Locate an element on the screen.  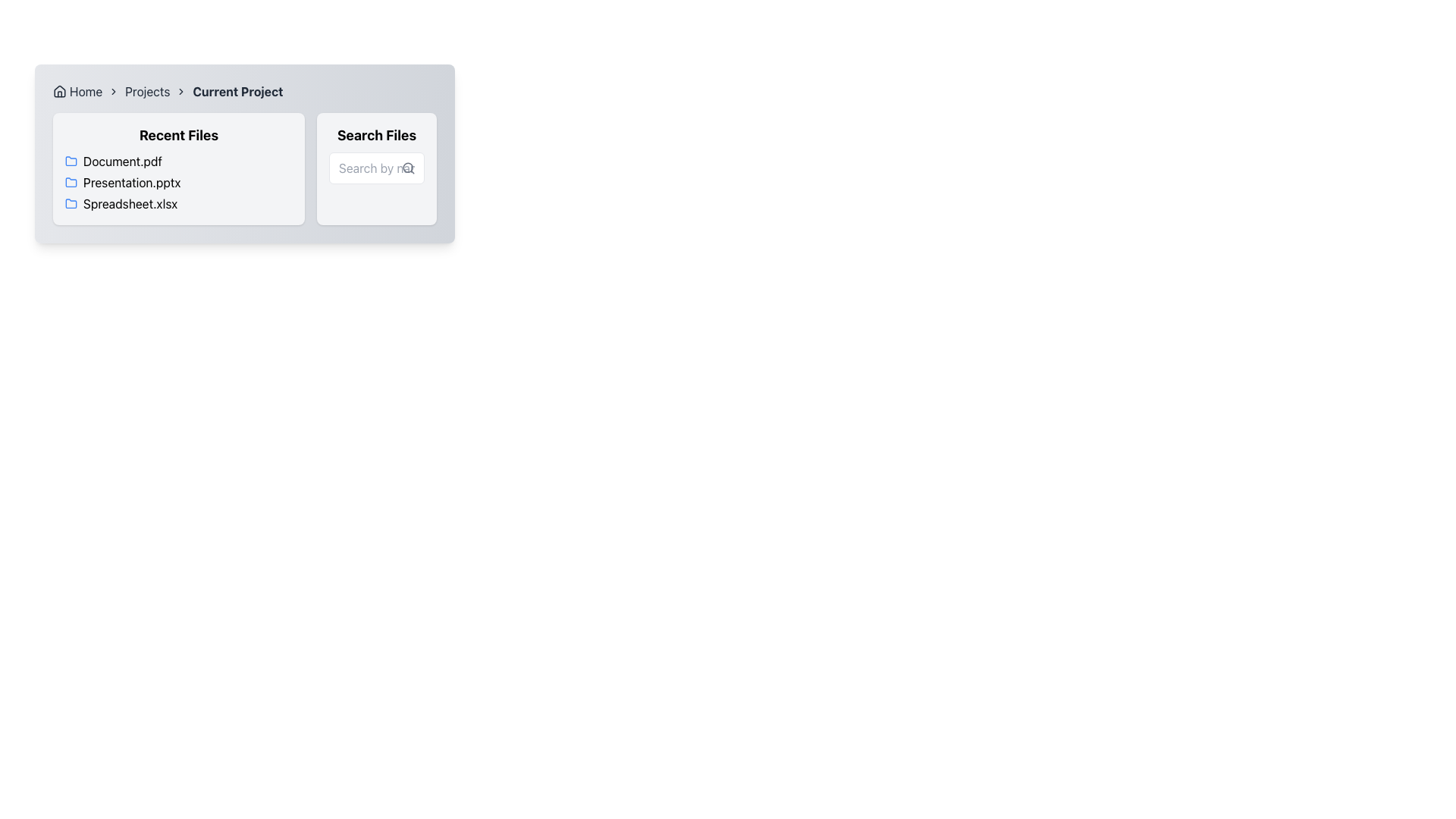
the text label displaying 'Document.pdf' located in the 'Recent Files' section, which is the first item in the list next to a blue folder icon is located at coordinates (123, 161).